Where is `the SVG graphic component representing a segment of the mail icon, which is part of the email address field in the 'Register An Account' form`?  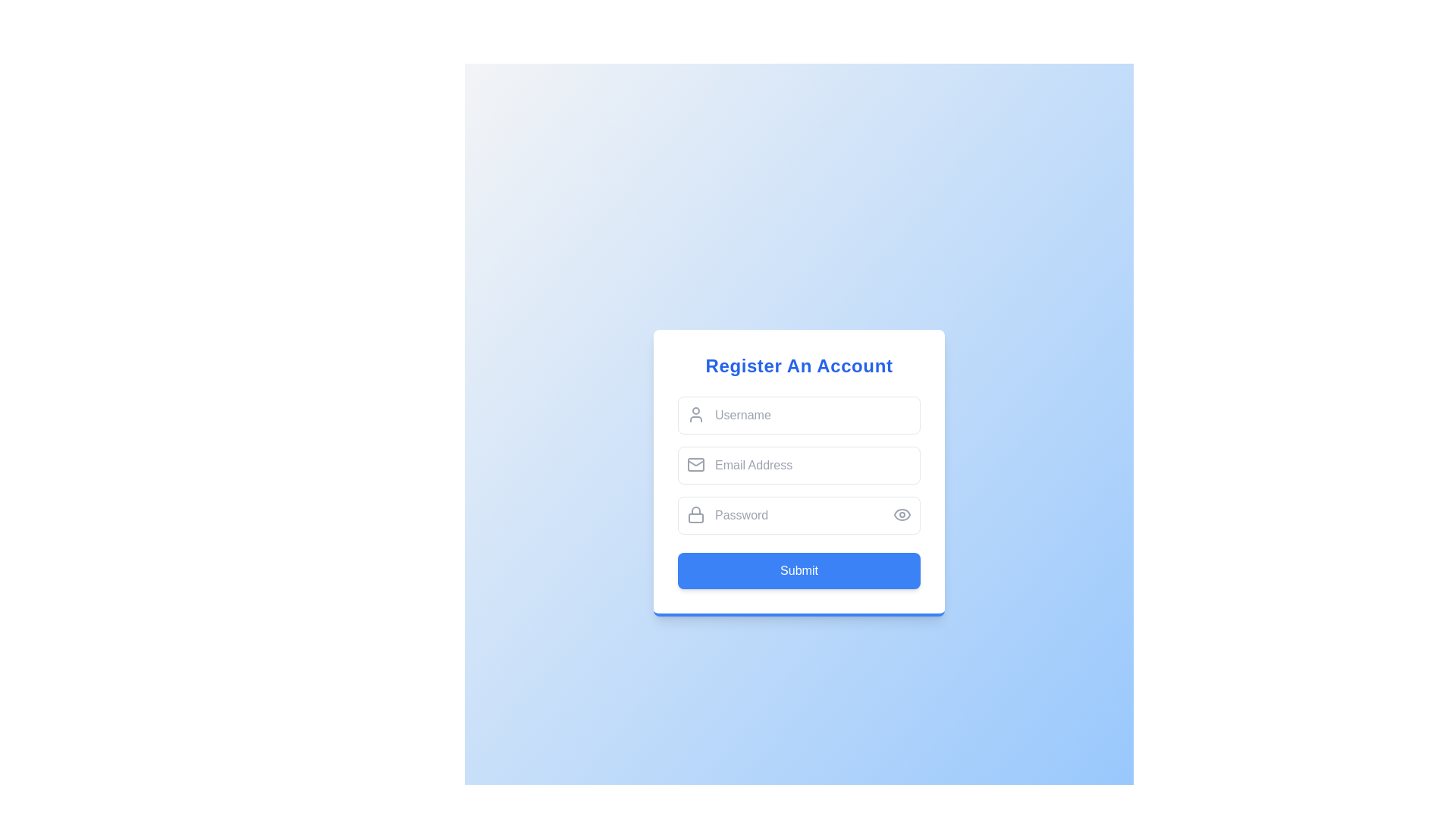 the SVG graphic component representing a segment of the mail icon, which is part of the email address field in the 'Register An Account' form is located at coordinates (695, 464).